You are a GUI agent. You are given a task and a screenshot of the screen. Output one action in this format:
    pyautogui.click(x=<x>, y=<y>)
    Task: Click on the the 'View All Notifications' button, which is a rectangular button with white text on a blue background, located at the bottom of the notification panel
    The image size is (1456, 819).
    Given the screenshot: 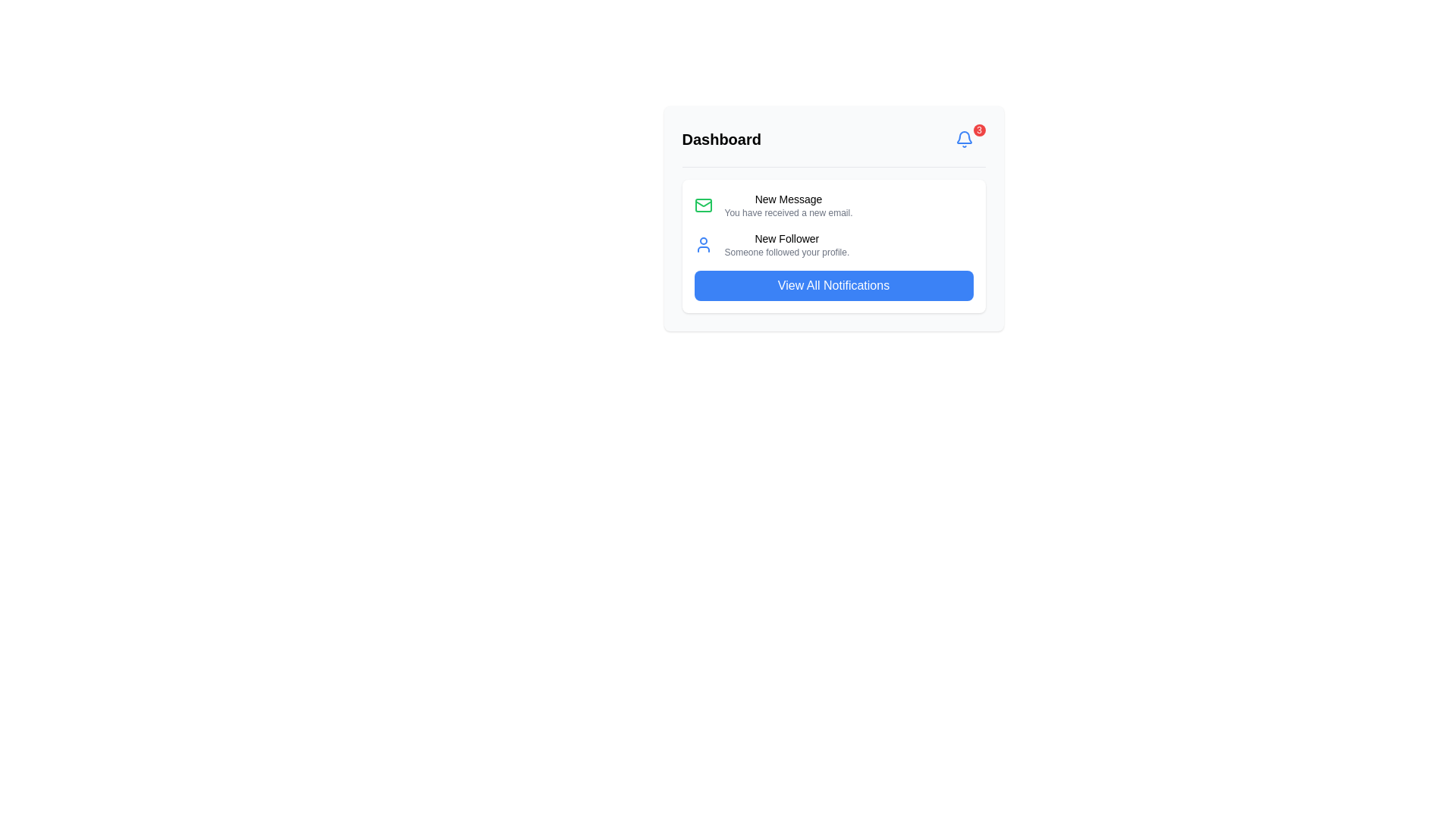 What is the action you would take?
    pyautogui.click(x=833, y=286)
    